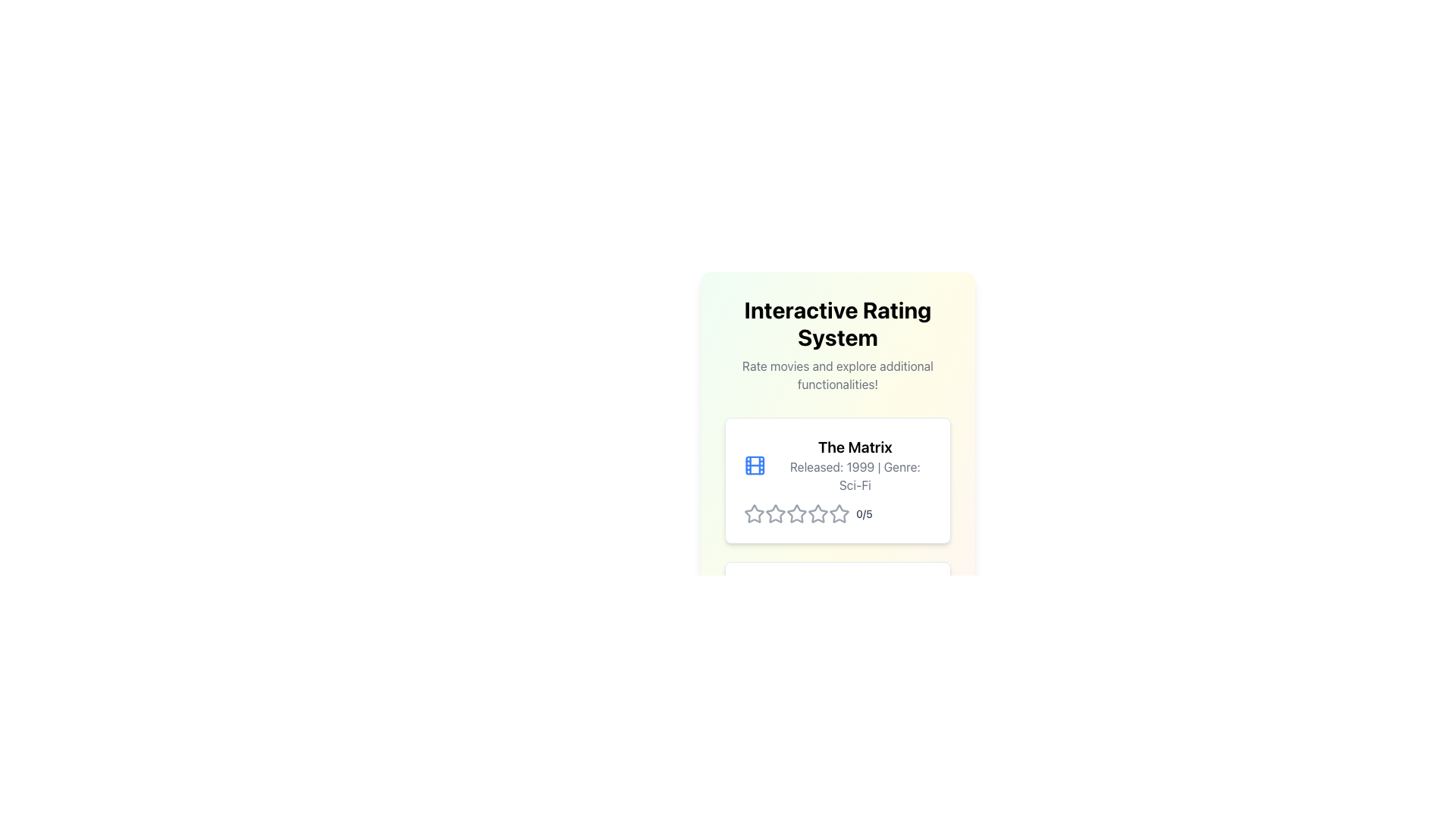 The width and height of the screenshot is (1456, 819). What do you see at coordinates (817, 513) in the screenshot?
I see `the third star icon from the left in the row of star icons used for rating` at bounding box center [817, 513].